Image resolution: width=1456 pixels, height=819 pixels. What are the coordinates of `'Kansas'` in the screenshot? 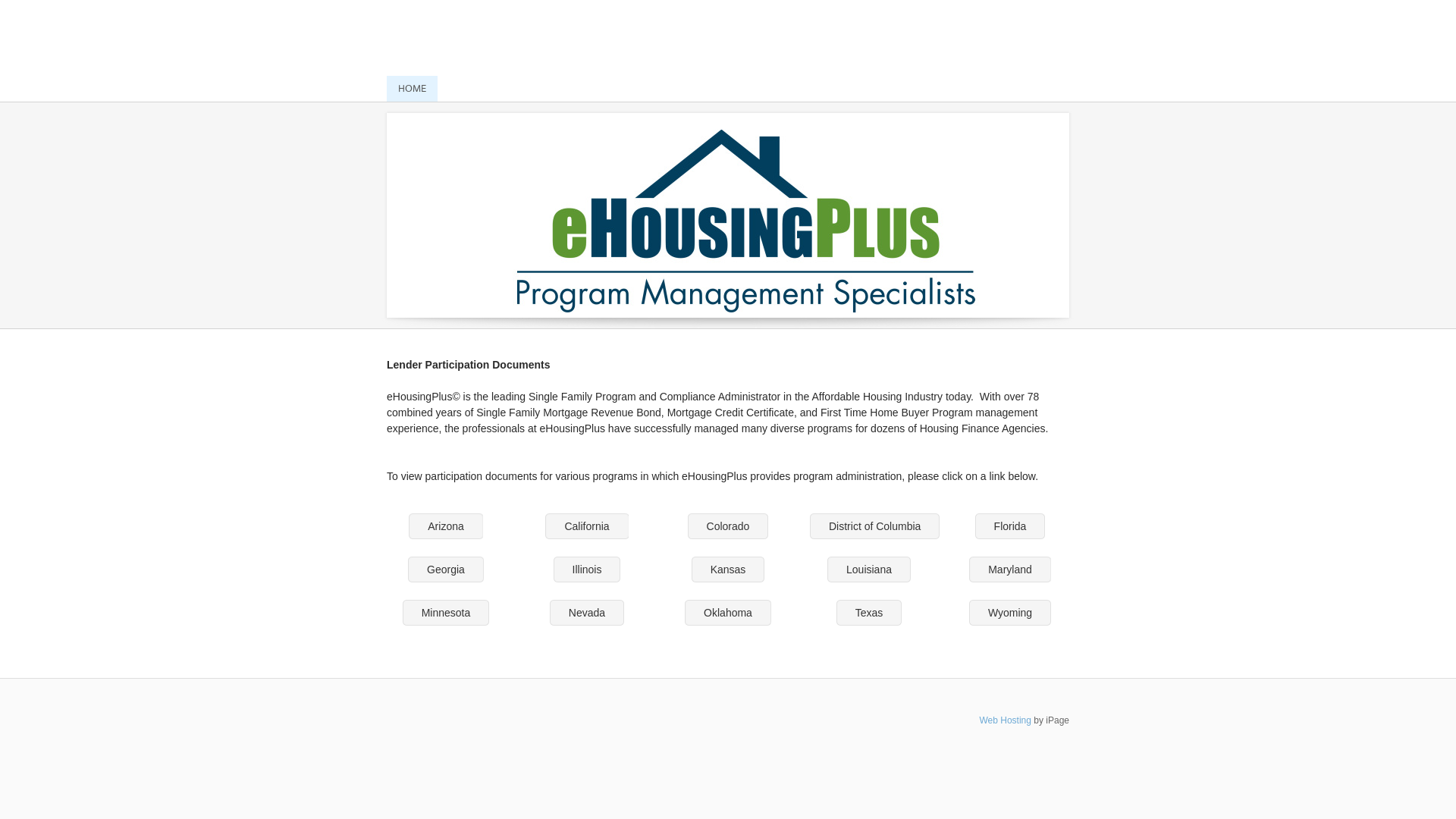 It's located at (728, 570).